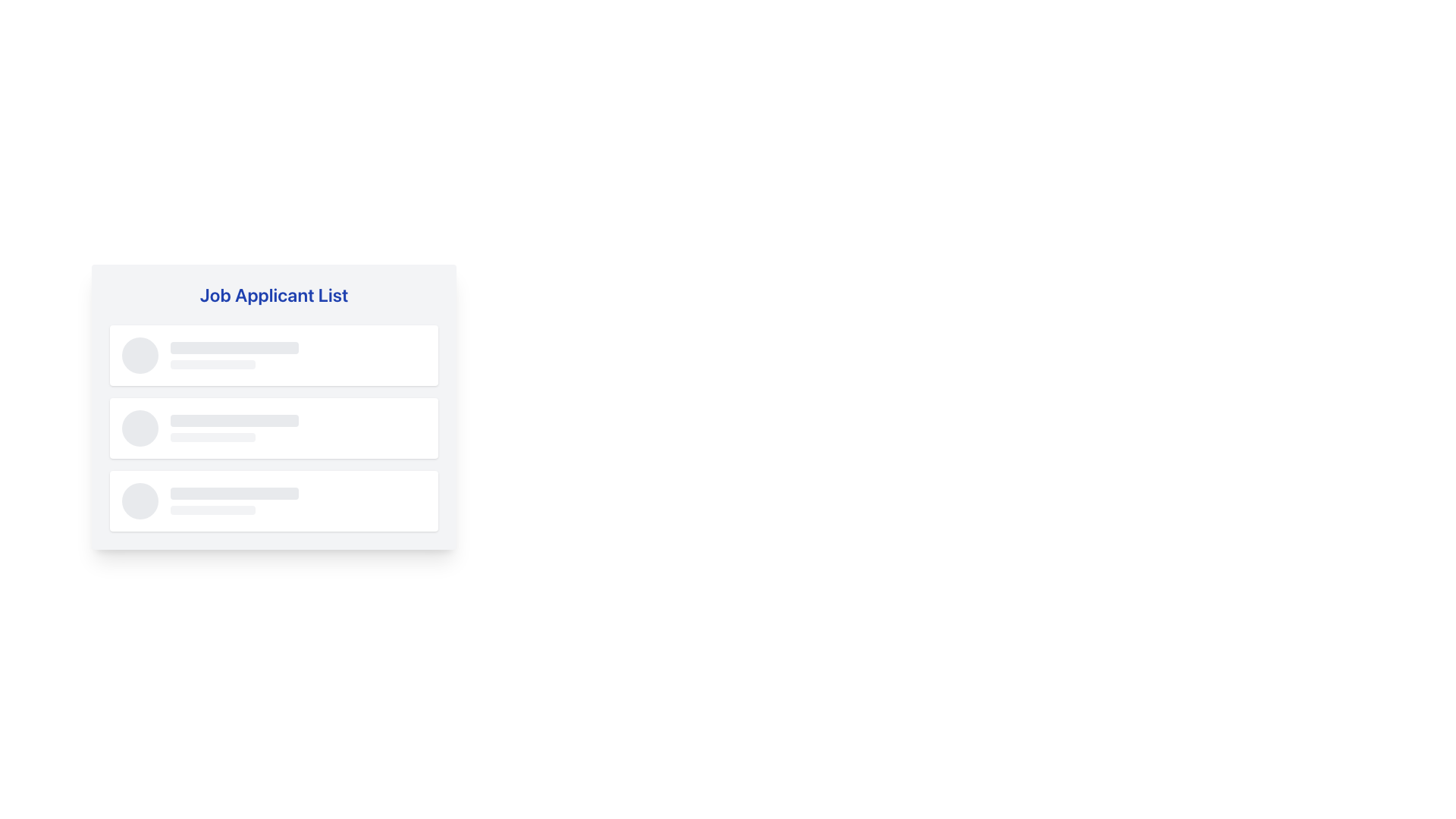 This screenshot has height=819, width=1456. What do you see at coordinates (298, 428) in the screenshot?
I see `the gray rounded rectangle placeholder block in the Job Applicant List, which is located to the right of the avatar placeholder` at bounding box center [298, 428].